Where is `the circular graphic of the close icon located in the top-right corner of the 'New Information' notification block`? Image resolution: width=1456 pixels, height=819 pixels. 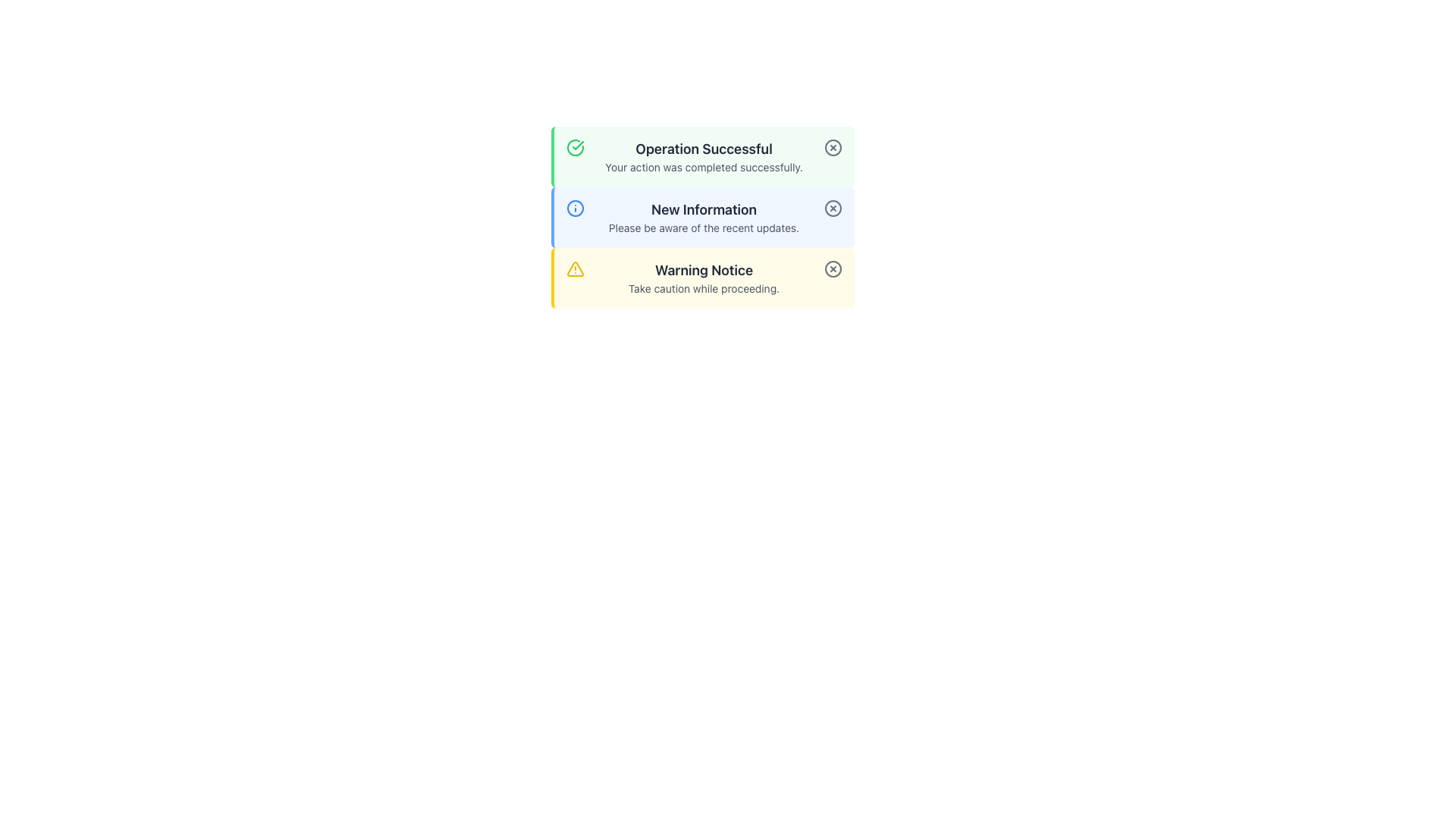
the circular graphic of the close icon located in the top-right corner of the 'New Information' notification block is located at coordinates (832, 208).